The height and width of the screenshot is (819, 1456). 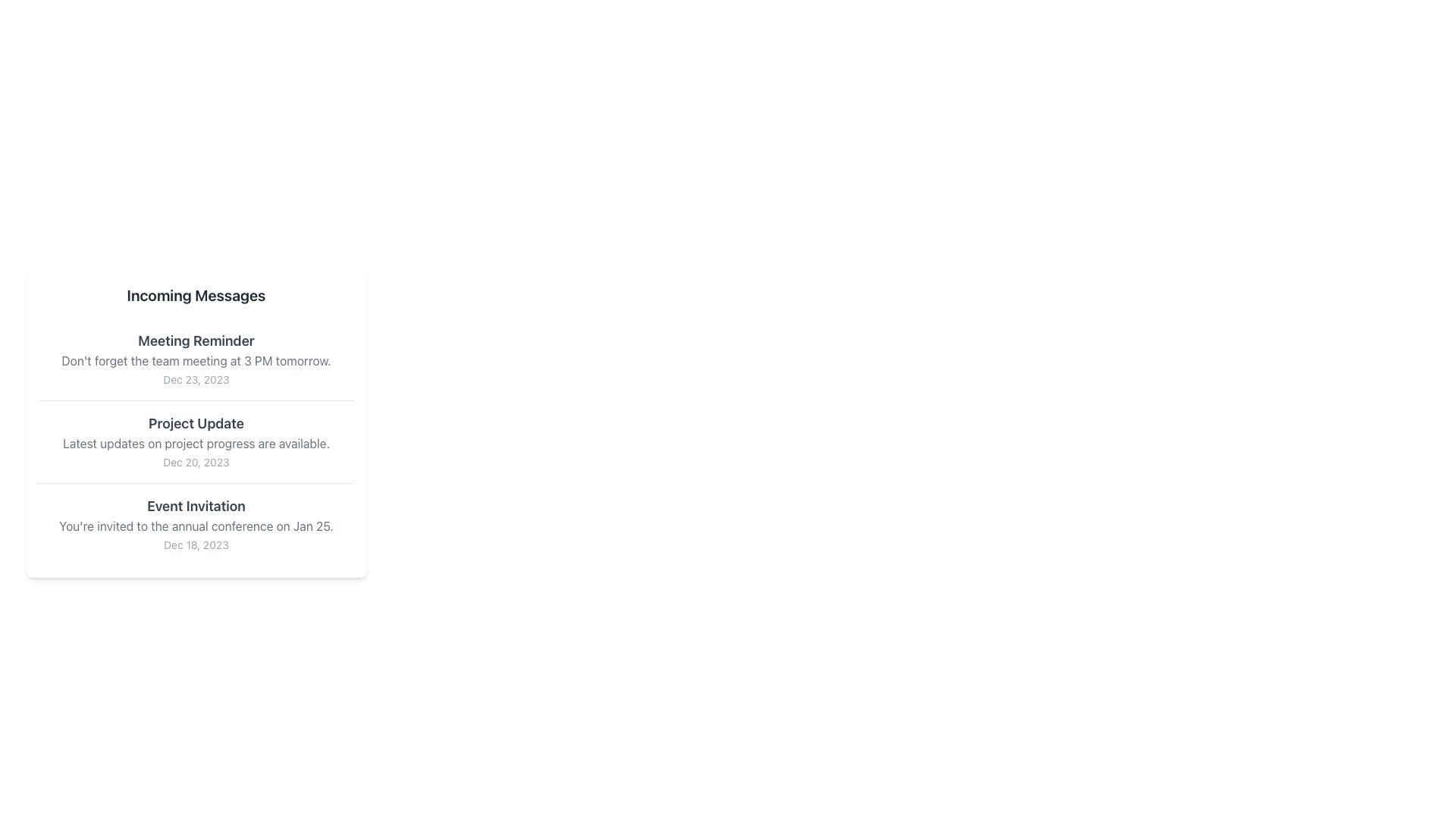 I want to click on the text header labeled 'Incoming Messages' which is displayed in bold, large dark gray font at the top of a white card-like structure, so click(x=196, y=295).